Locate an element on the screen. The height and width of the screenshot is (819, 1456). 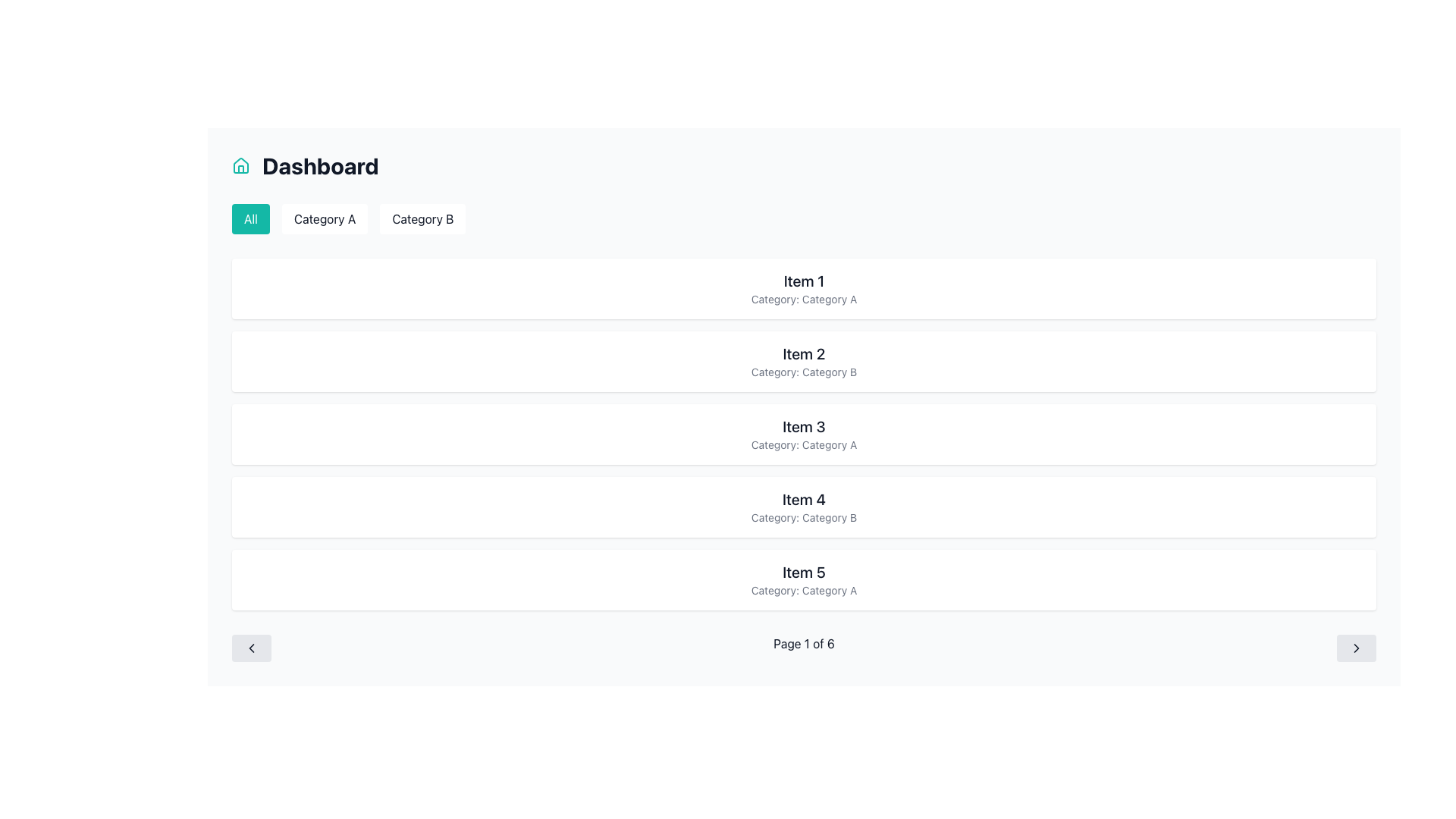
the title text of the first card in the vertical list, which serves as the main label or identifier for the item is located at coordinates (803, 281).